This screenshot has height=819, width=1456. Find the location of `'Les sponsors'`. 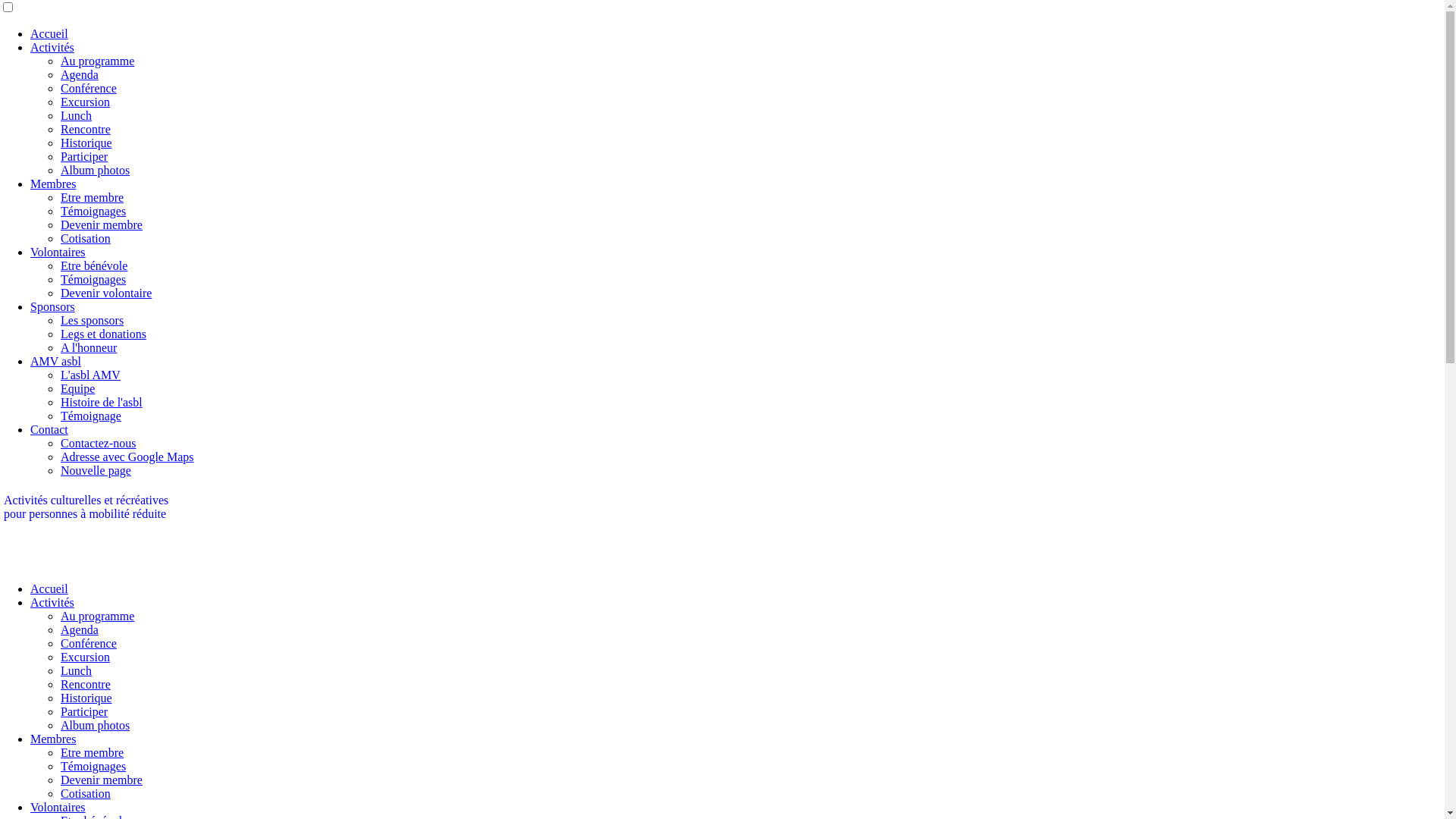

'Les sponsors' is located at coordinates (61, 319).